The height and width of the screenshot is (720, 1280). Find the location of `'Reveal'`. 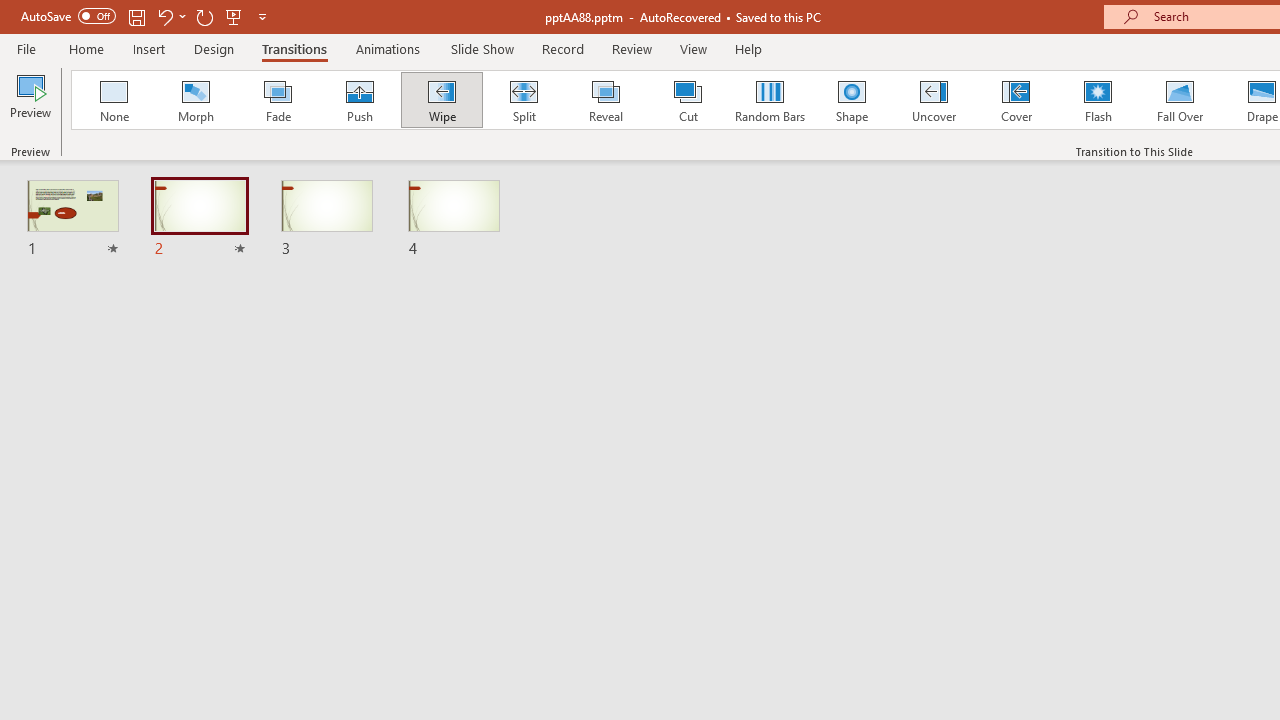

'Reveal' is located at coordinates (604, 100).